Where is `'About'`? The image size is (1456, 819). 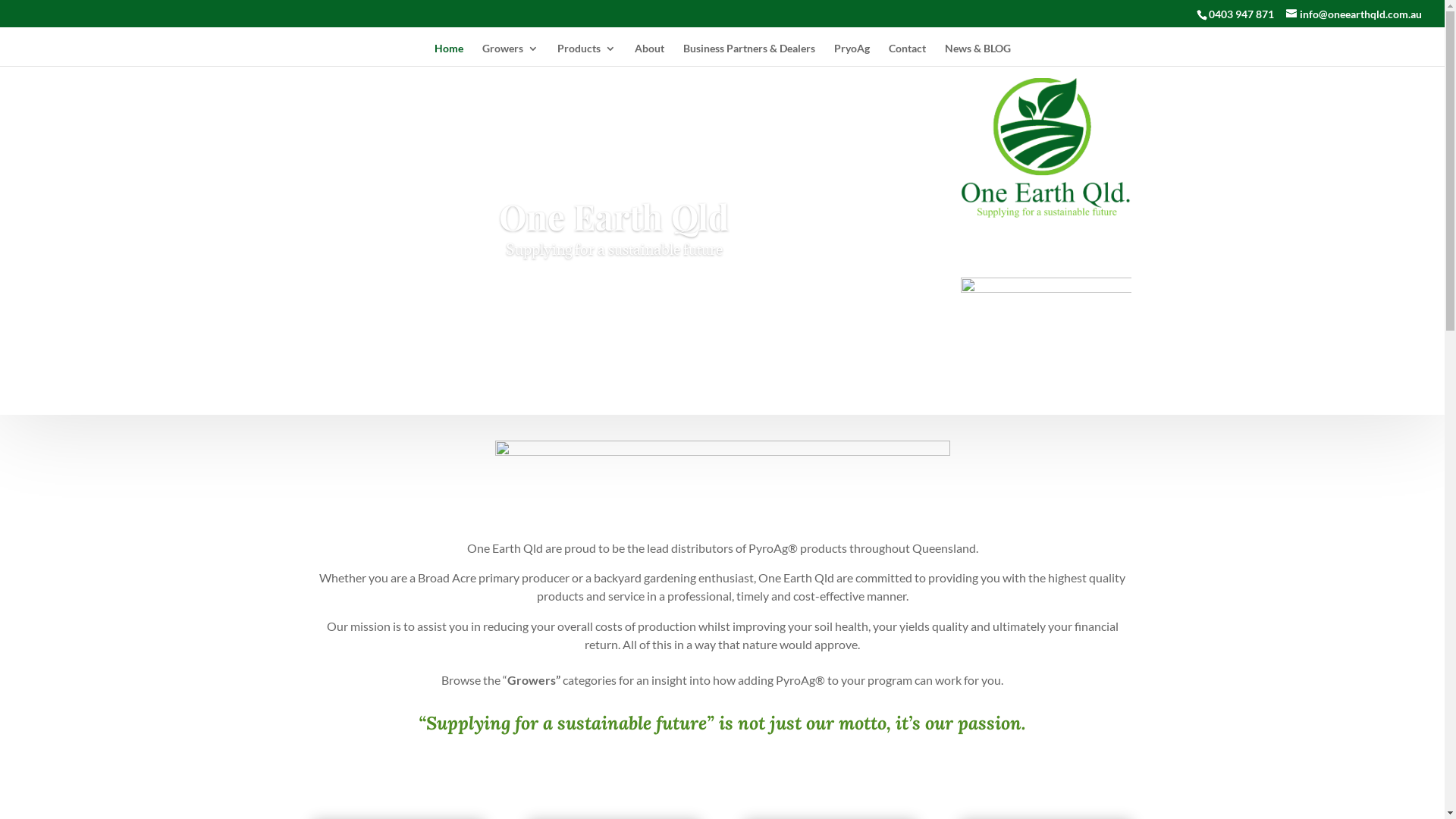 'About' is located at coordinates (633, 54).